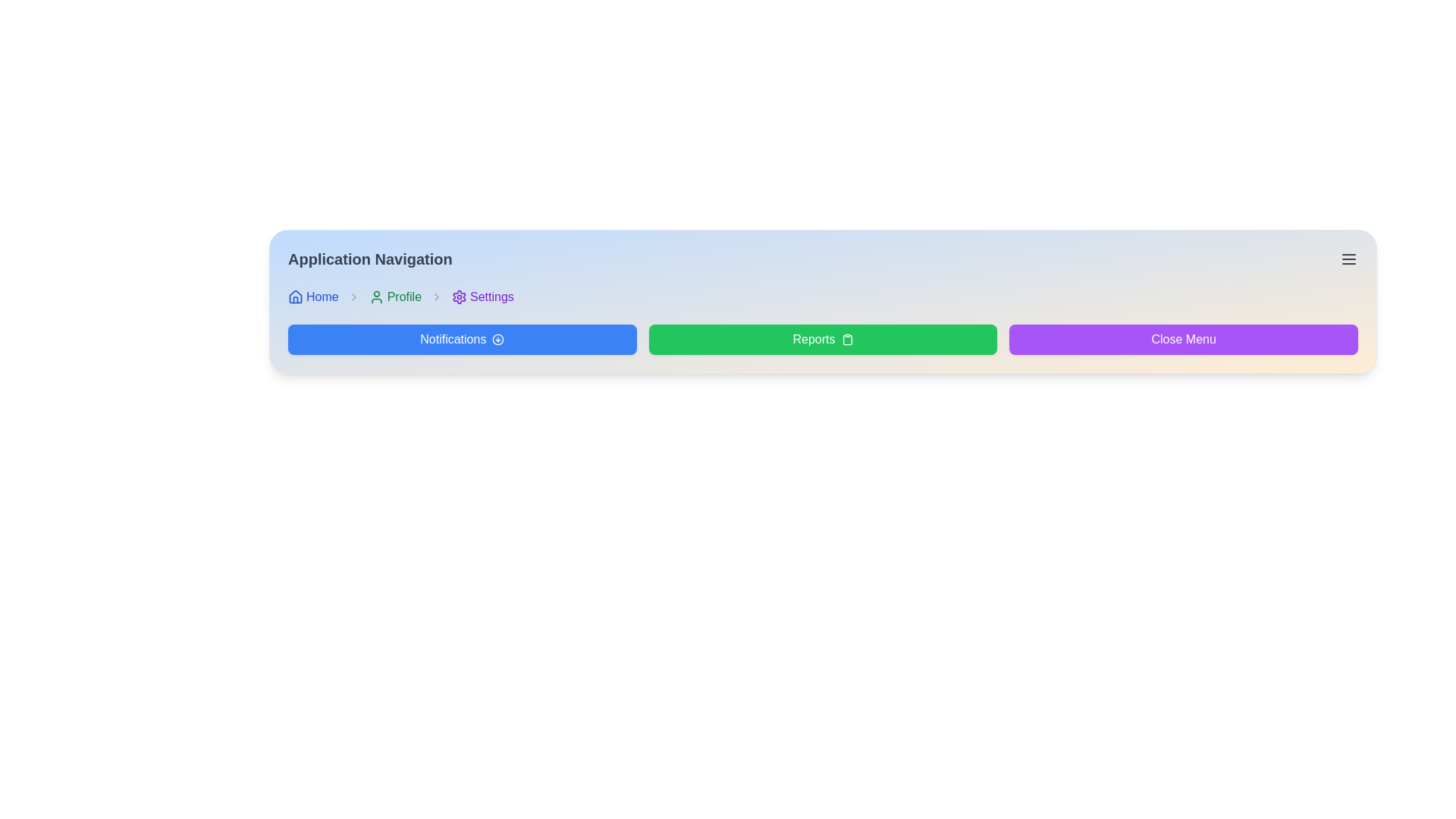  Describe the element at coordinates (295, 296) in the screenshot. I see `the 'Home' vector icon in the navigation menu located at the top left corner of the interface` at that location.